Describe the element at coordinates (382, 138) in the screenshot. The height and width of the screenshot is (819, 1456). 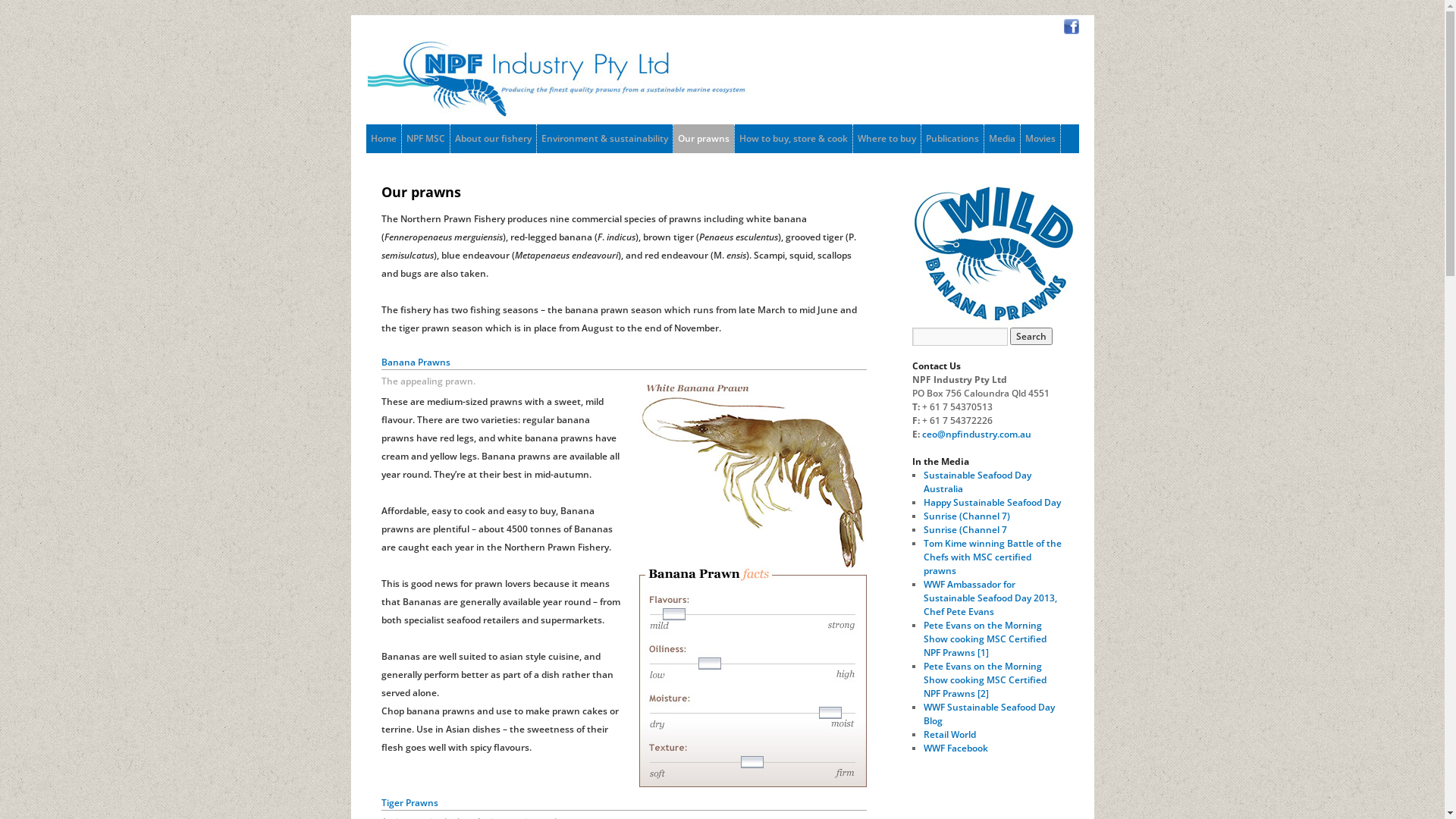
I see `'Home'` at that location.